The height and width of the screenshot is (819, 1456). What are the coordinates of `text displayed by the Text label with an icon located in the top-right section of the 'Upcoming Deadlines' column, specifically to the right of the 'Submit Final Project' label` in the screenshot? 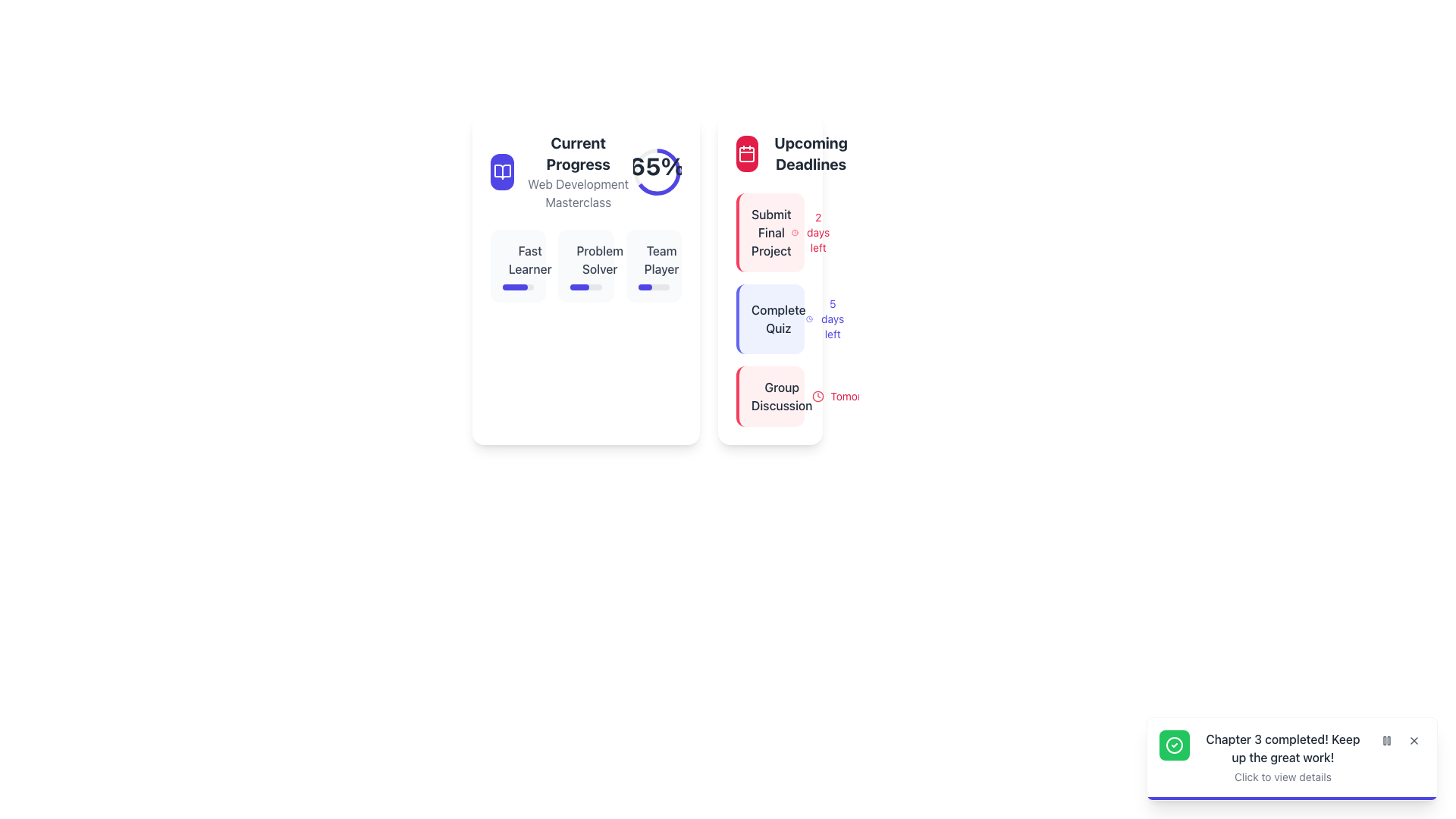 It's located at (811, 233).